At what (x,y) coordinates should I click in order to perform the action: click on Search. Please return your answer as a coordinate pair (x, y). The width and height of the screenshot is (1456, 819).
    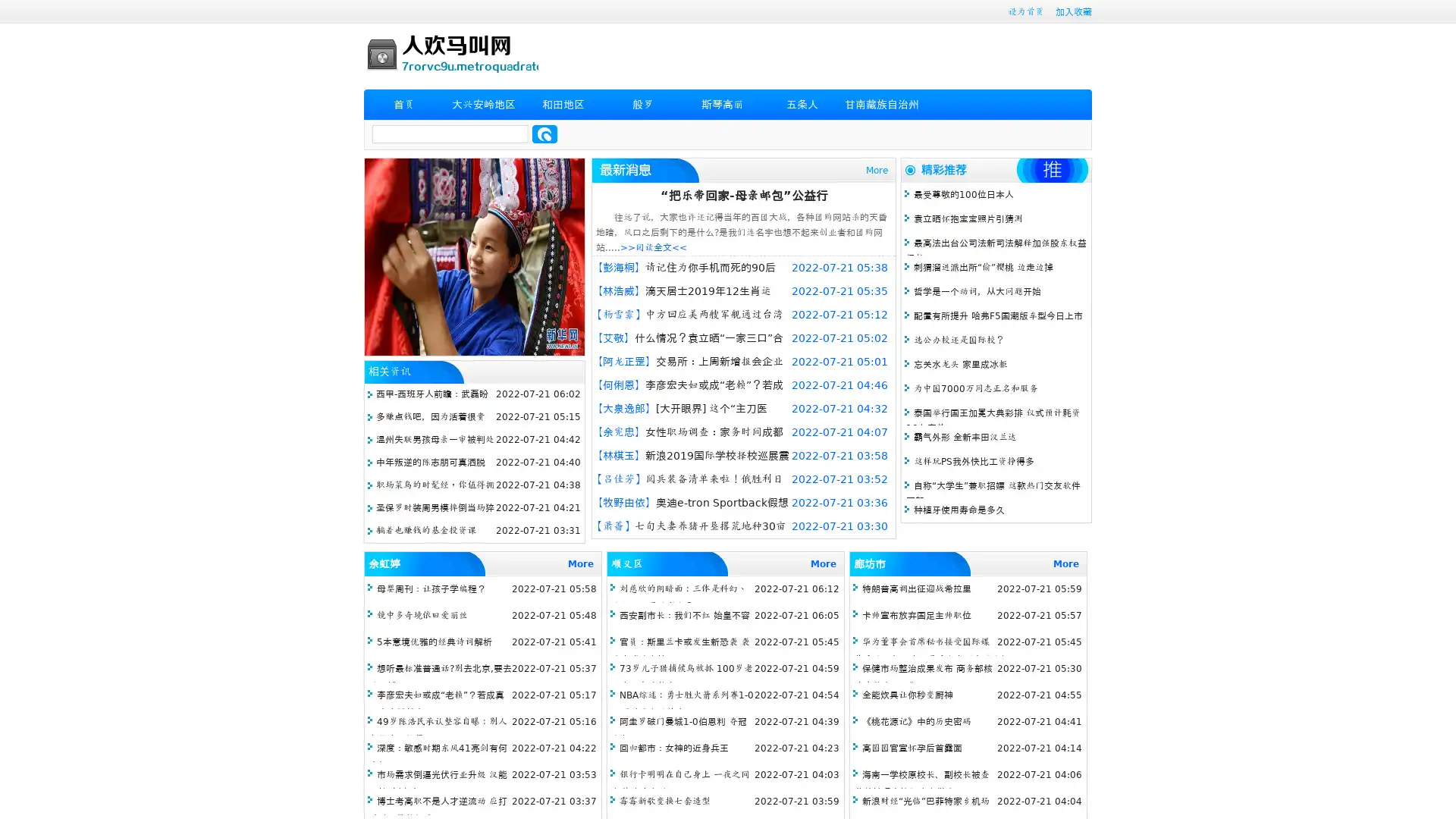
    Looking at the image, I should click on (544, 133).